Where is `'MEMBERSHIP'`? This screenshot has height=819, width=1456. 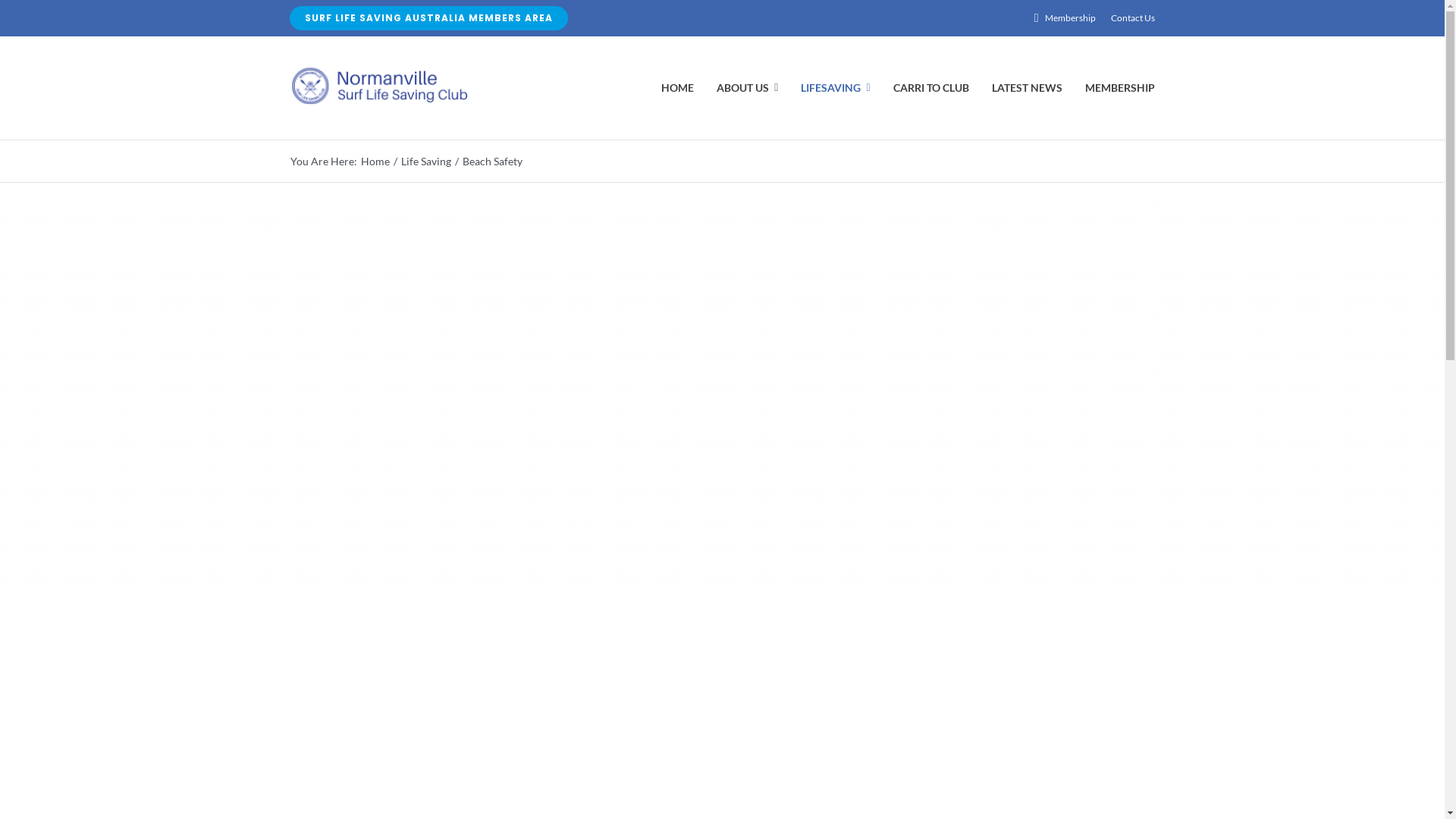
'MEMBERSHIP' is located at coordinates (1120, 87).